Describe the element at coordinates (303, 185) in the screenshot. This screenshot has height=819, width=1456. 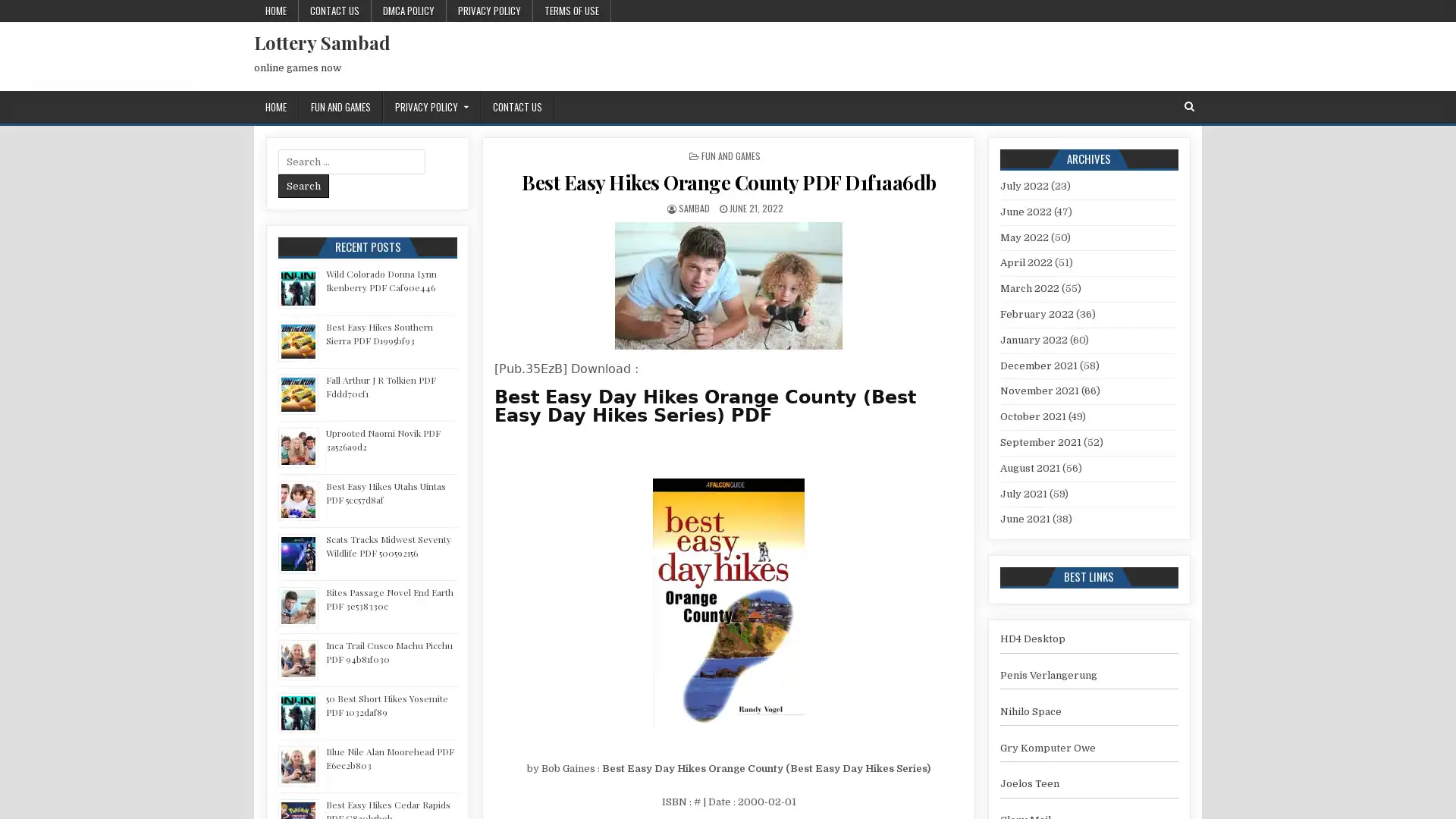
I see `Search` at that location.